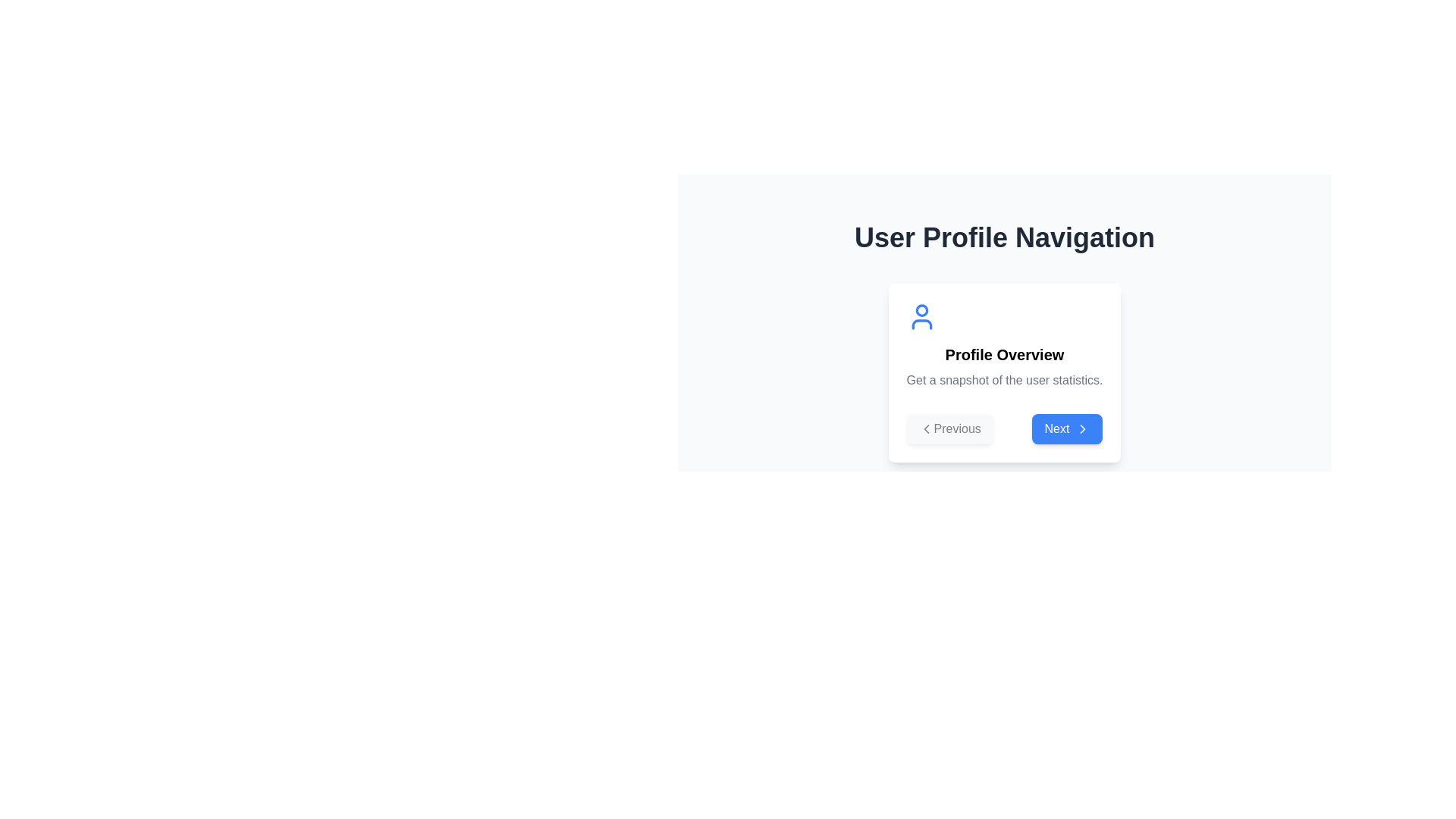  Describe the element at coordinates (1082, 429) in the screenshot. I see `the right-facing chevron icon (SVG) located on the right side of the 'Next' button's text label` at that location.